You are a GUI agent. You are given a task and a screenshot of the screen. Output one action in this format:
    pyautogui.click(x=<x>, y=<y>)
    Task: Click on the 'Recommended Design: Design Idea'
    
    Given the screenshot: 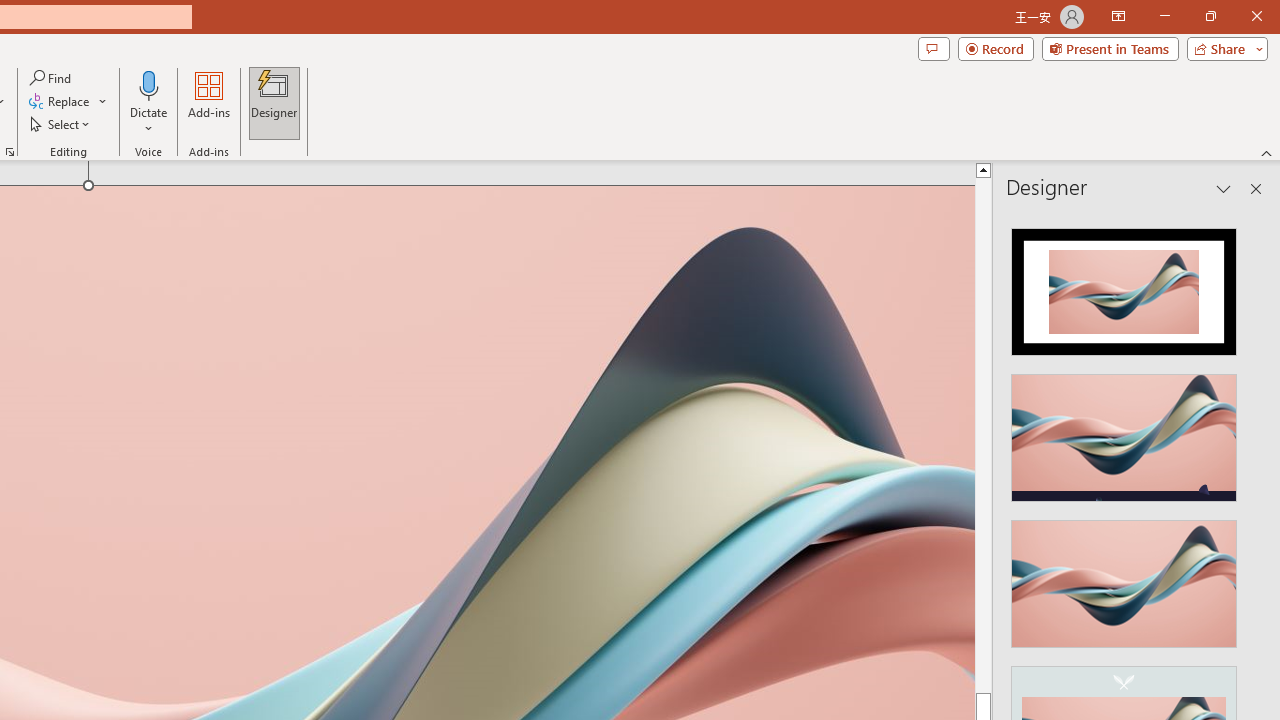 What is the action you would take?
    pyautogui.click(x=1124, y=286)
    